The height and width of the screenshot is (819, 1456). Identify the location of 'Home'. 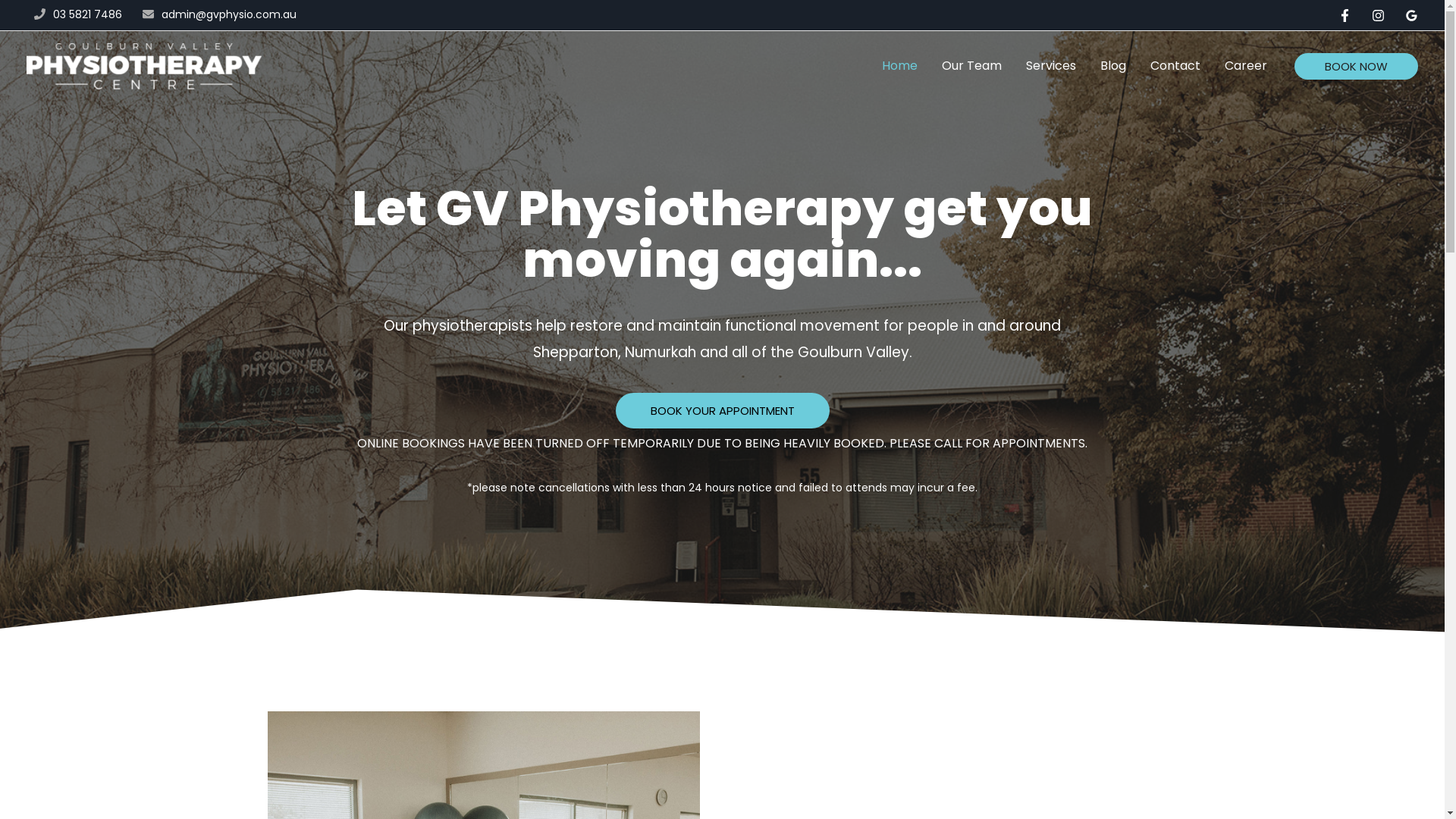
(870, 65).